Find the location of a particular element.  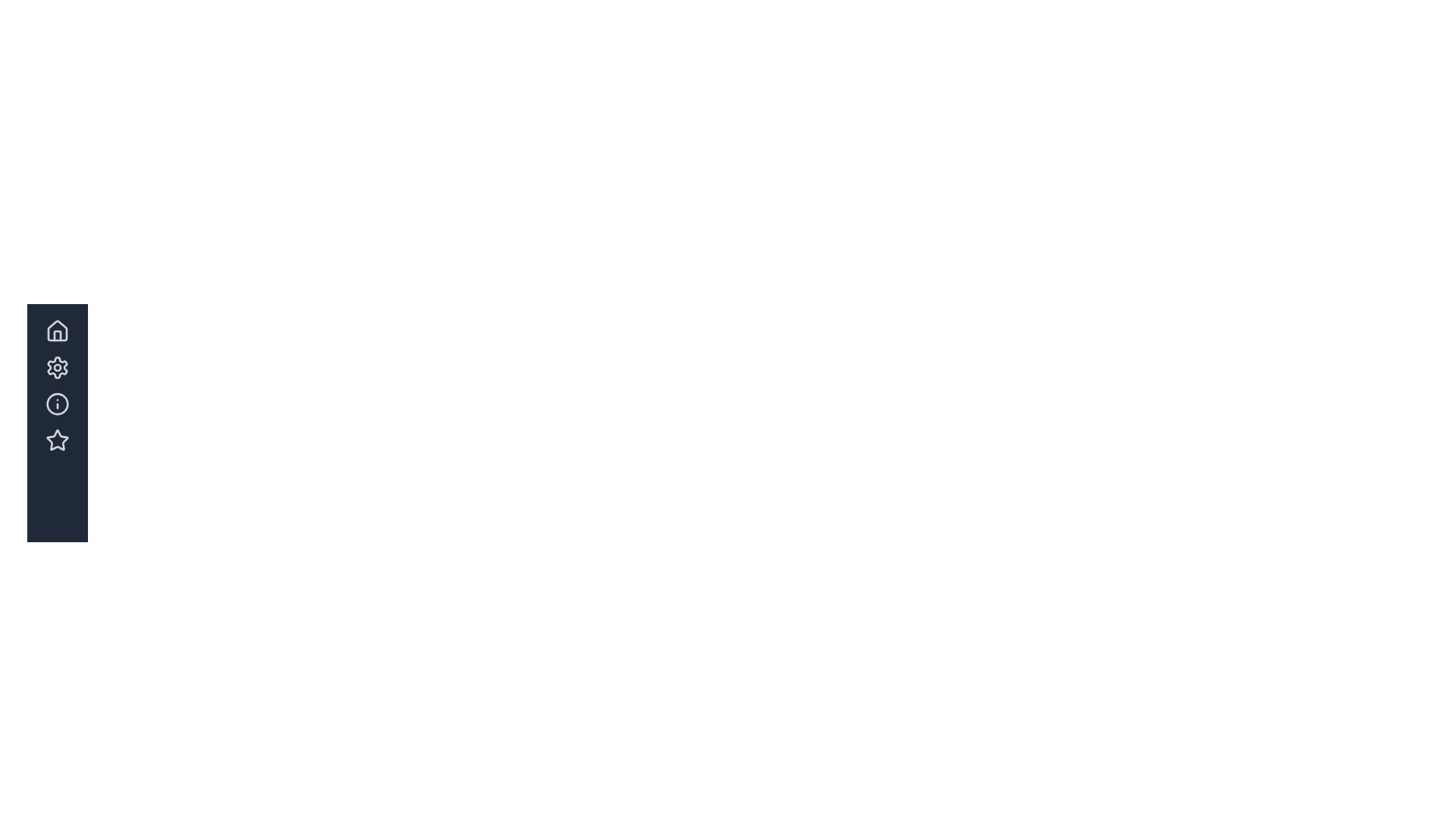

the third button in the vertical stack of options located in the narrow dark sidebar is located at coordinates (58, 403).